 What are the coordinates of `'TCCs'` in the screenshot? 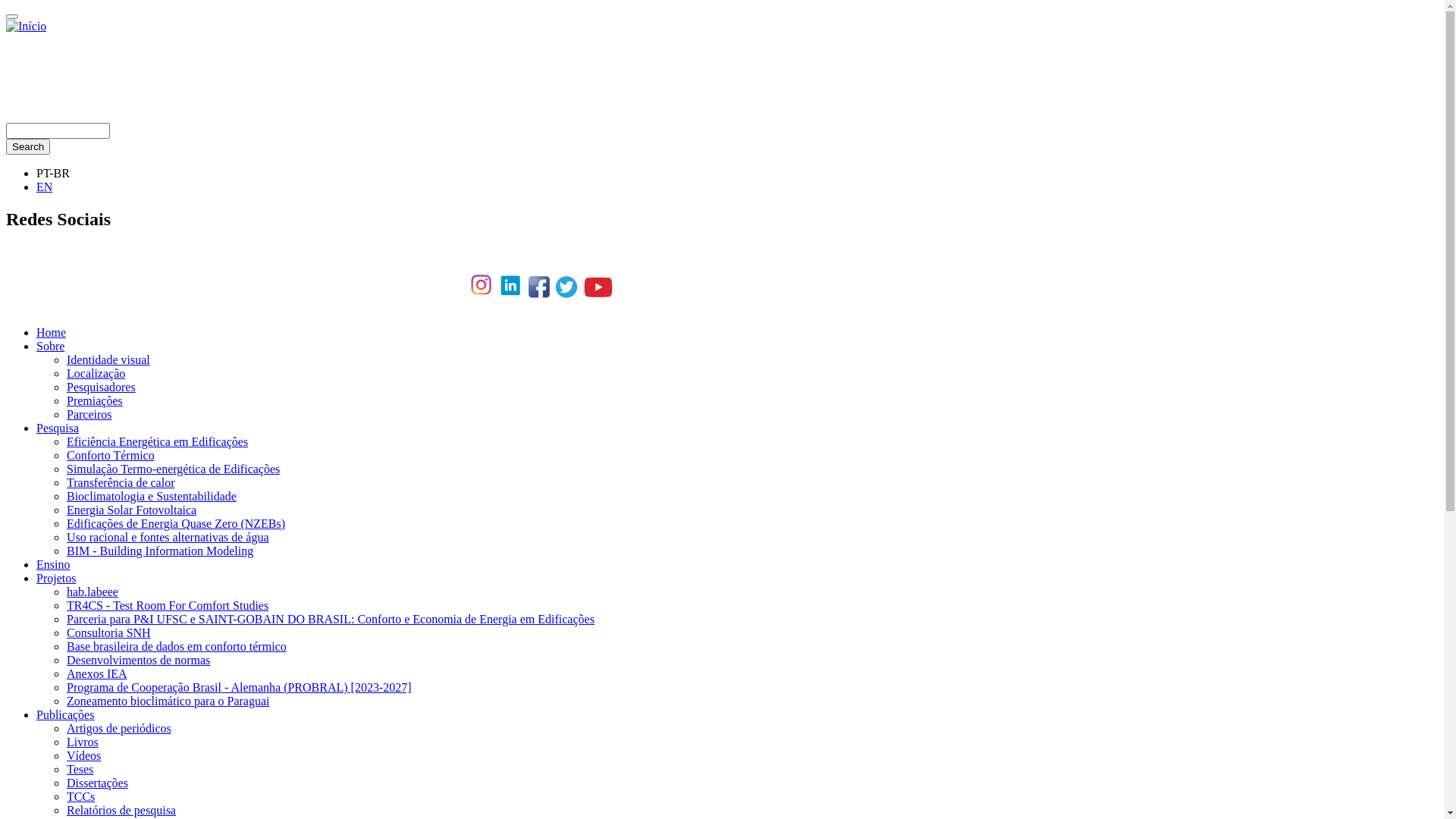 It's located at (80, 795).